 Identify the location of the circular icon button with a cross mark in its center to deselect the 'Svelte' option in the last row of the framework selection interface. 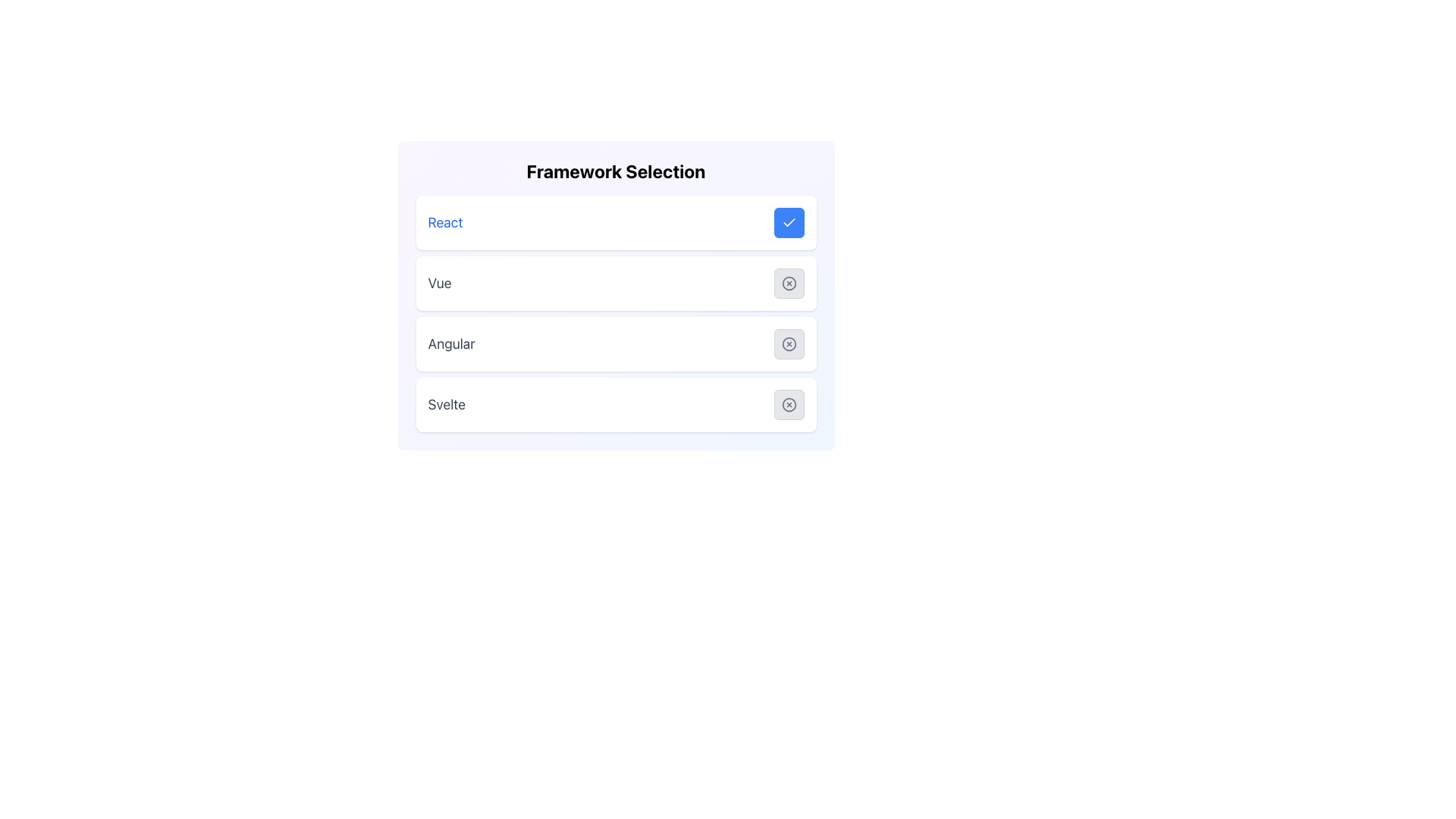
(789, 403).